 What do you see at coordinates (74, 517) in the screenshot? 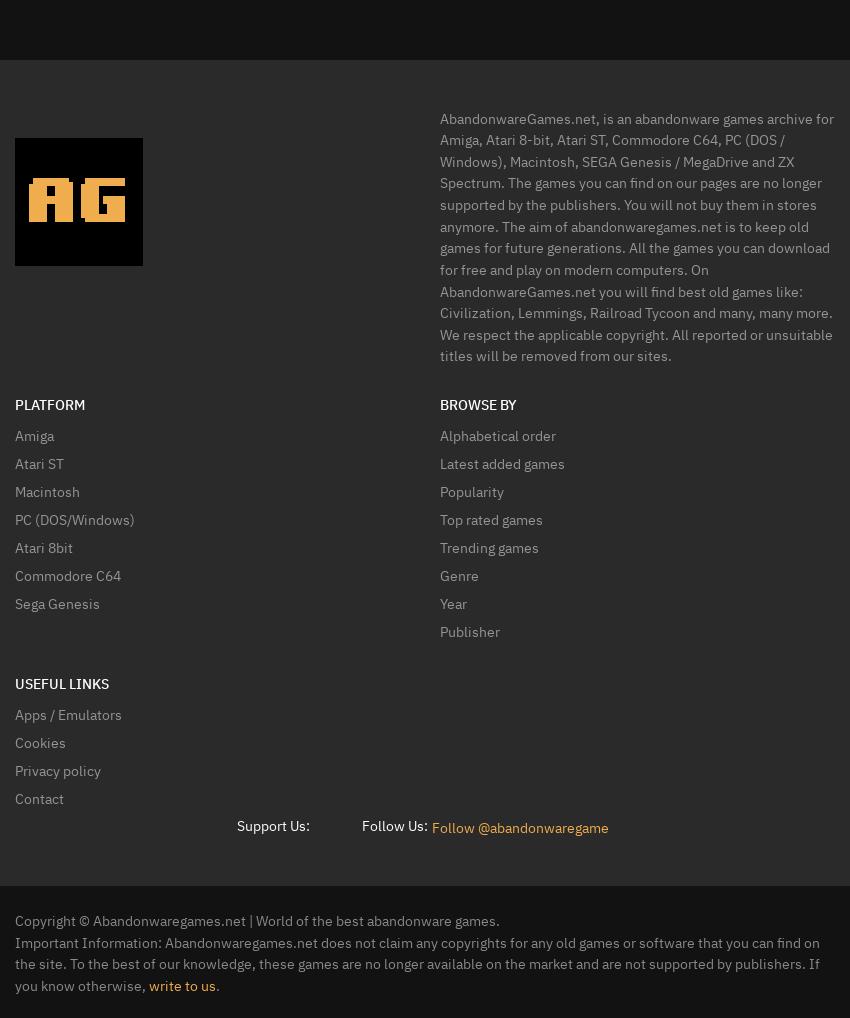
I see `'PC (DOS/Windows)'` at bounding box center [74, 517].